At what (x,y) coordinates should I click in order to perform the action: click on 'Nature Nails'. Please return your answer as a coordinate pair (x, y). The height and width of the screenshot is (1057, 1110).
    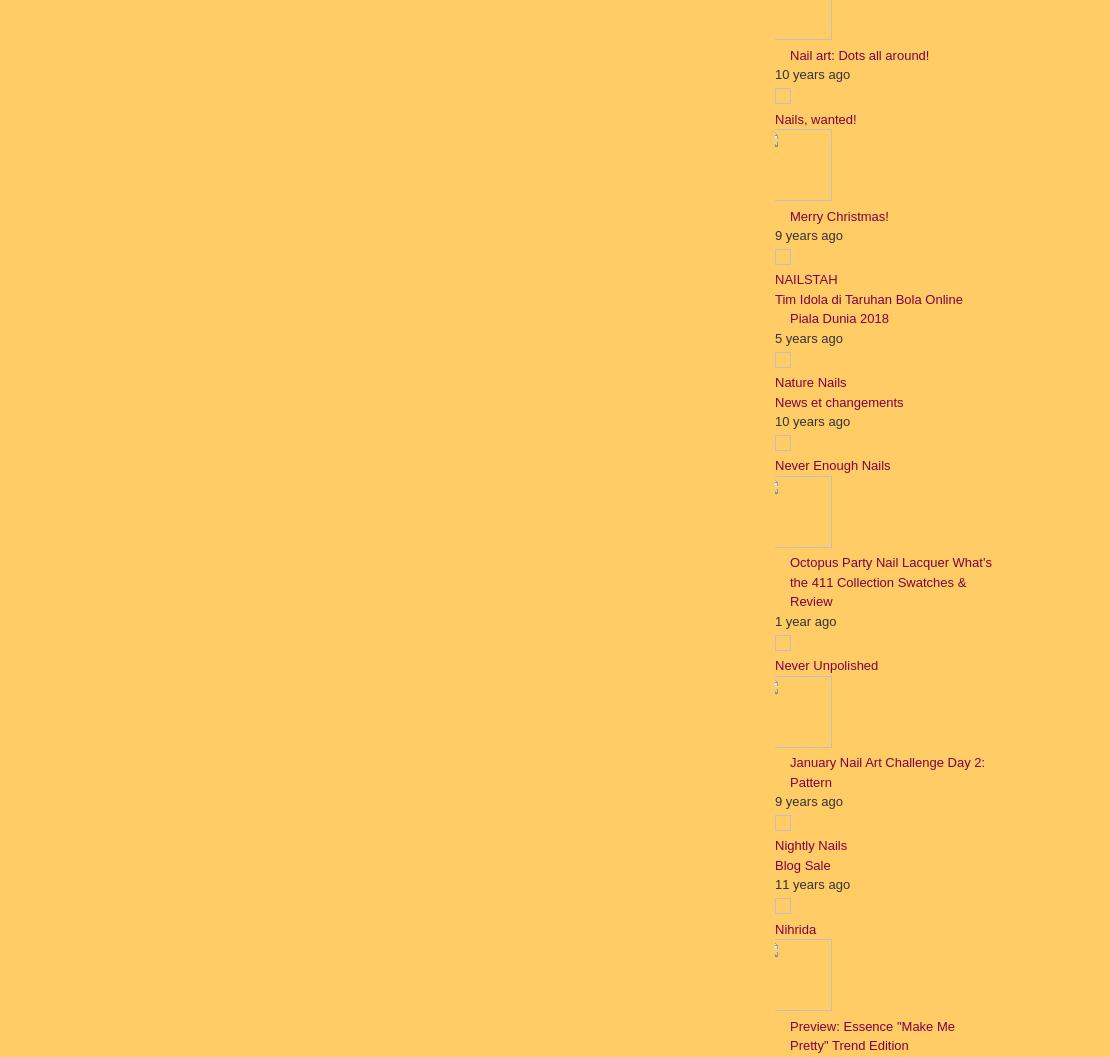
    Looking at the image, I should click on (810, 381).